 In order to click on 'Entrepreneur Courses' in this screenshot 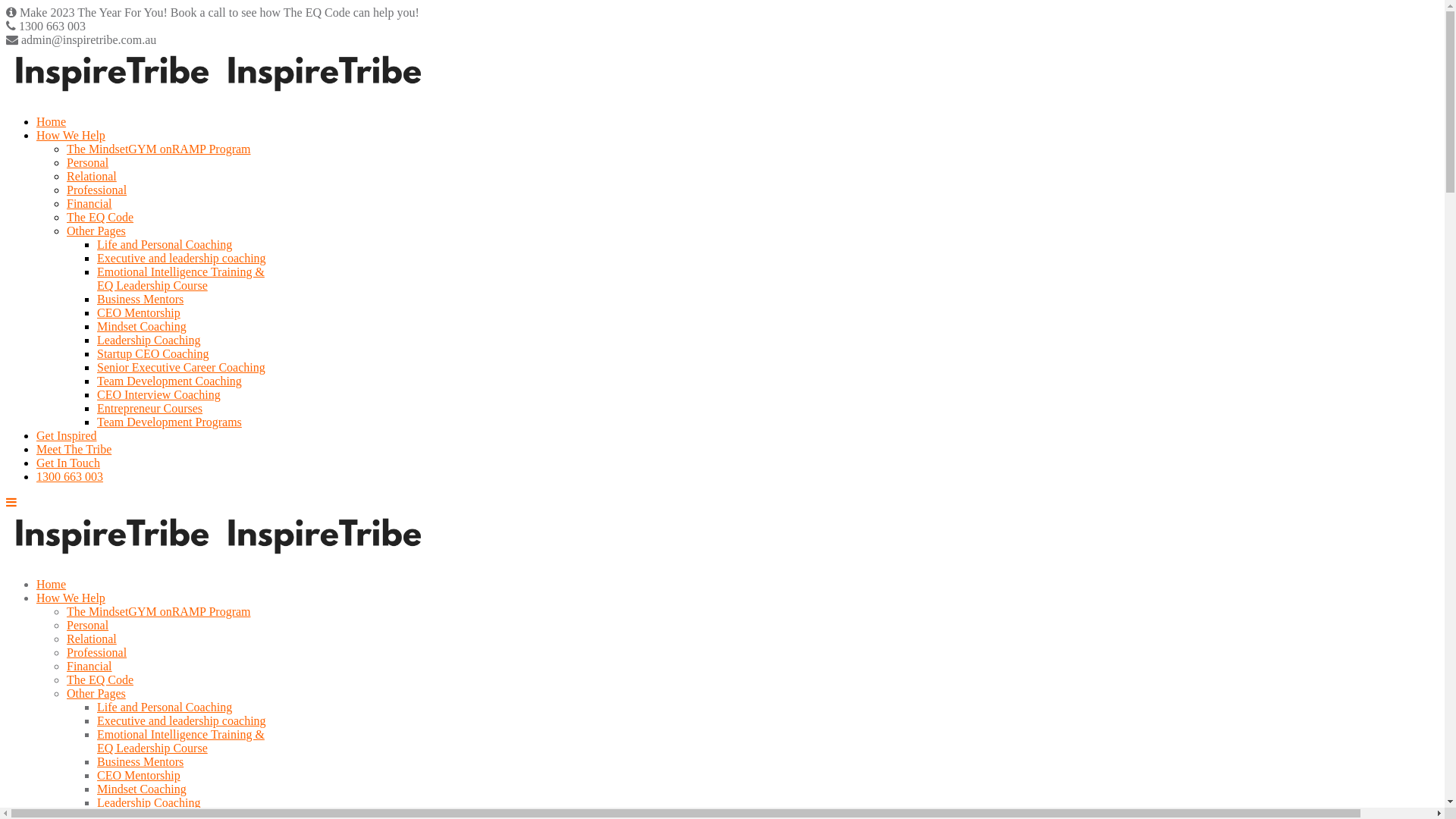, I will do `click(149, 407)`.